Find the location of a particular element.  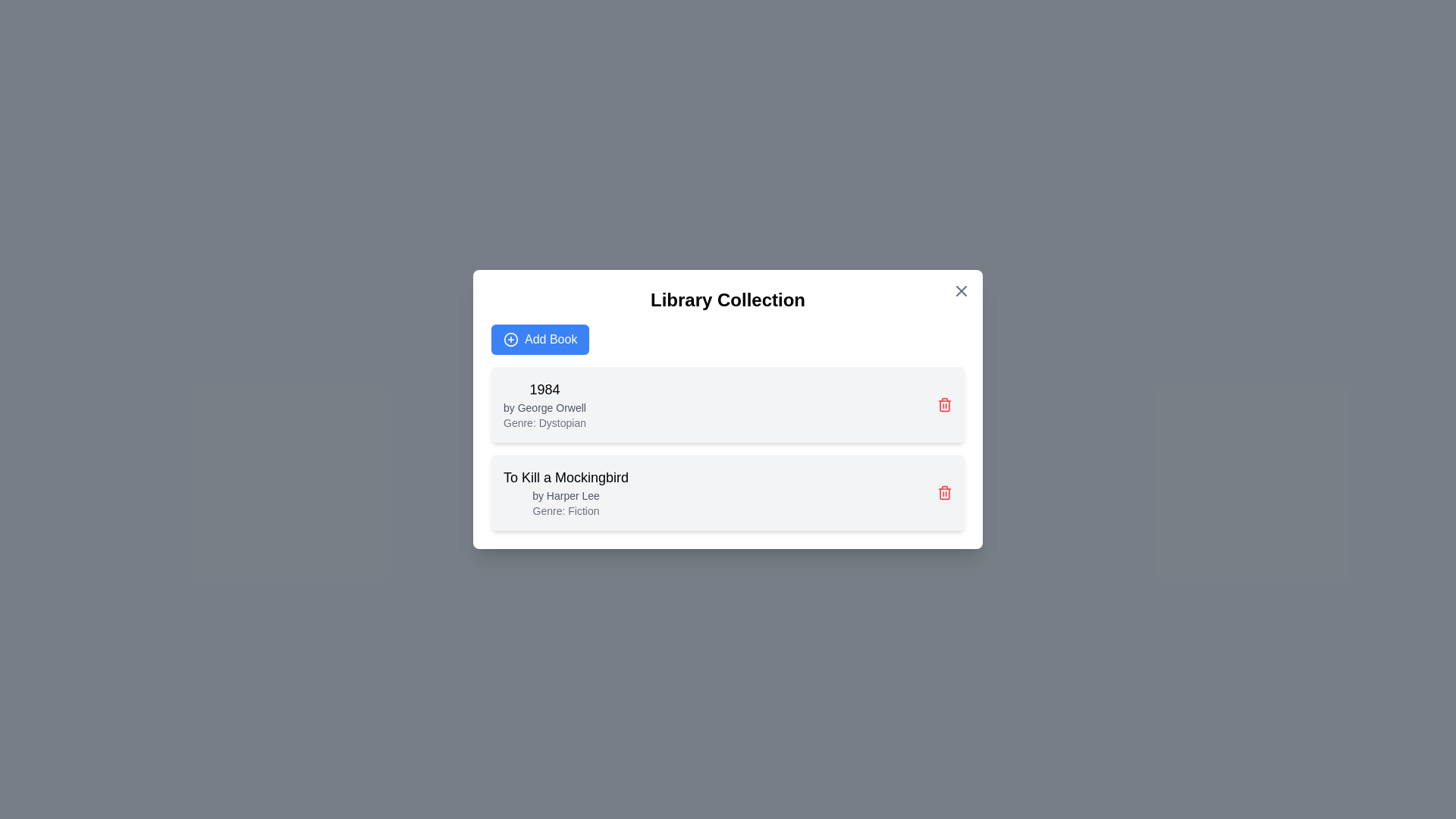

the blue 'Add Book' button with white text and a plus-circle icon to activate its hover effects is located at coordinates (540, 338).